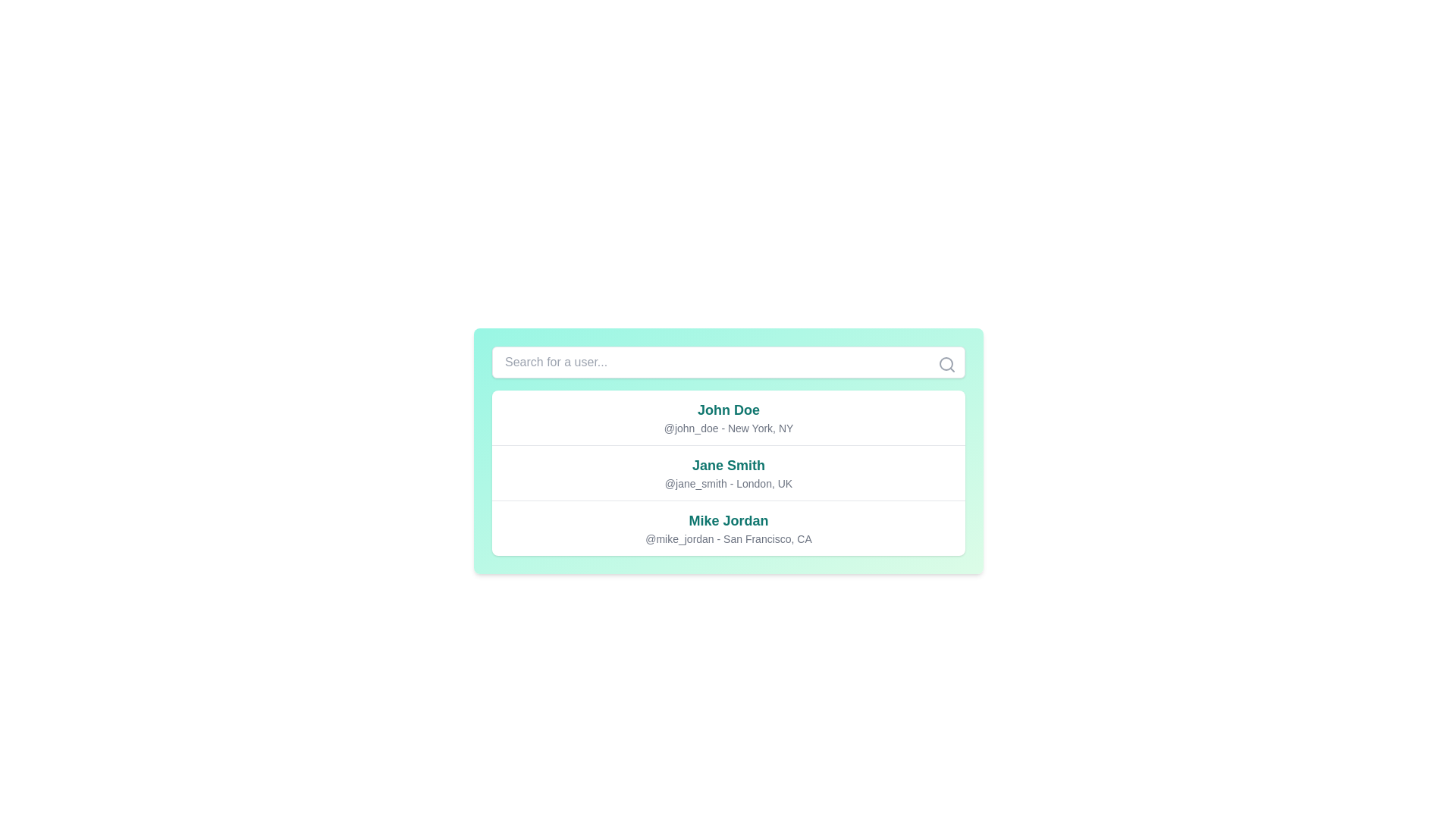 This screenshot has height=819, width=1456. I want to click on the text label displaying the username '@john_doe - New York, NY', which is located below the main name text 'John Doe' in the card-like layout, so click(728, 428).